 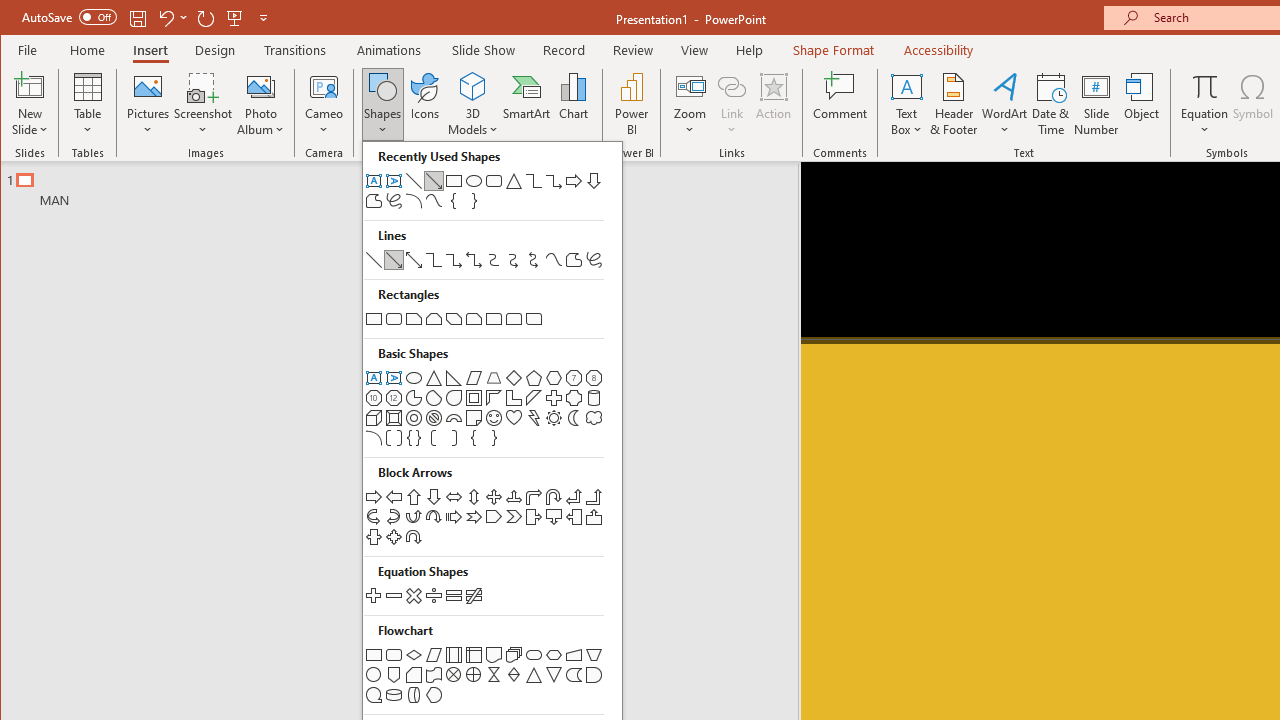 I want to click on 'Object...', so click(x=1142, y=104).